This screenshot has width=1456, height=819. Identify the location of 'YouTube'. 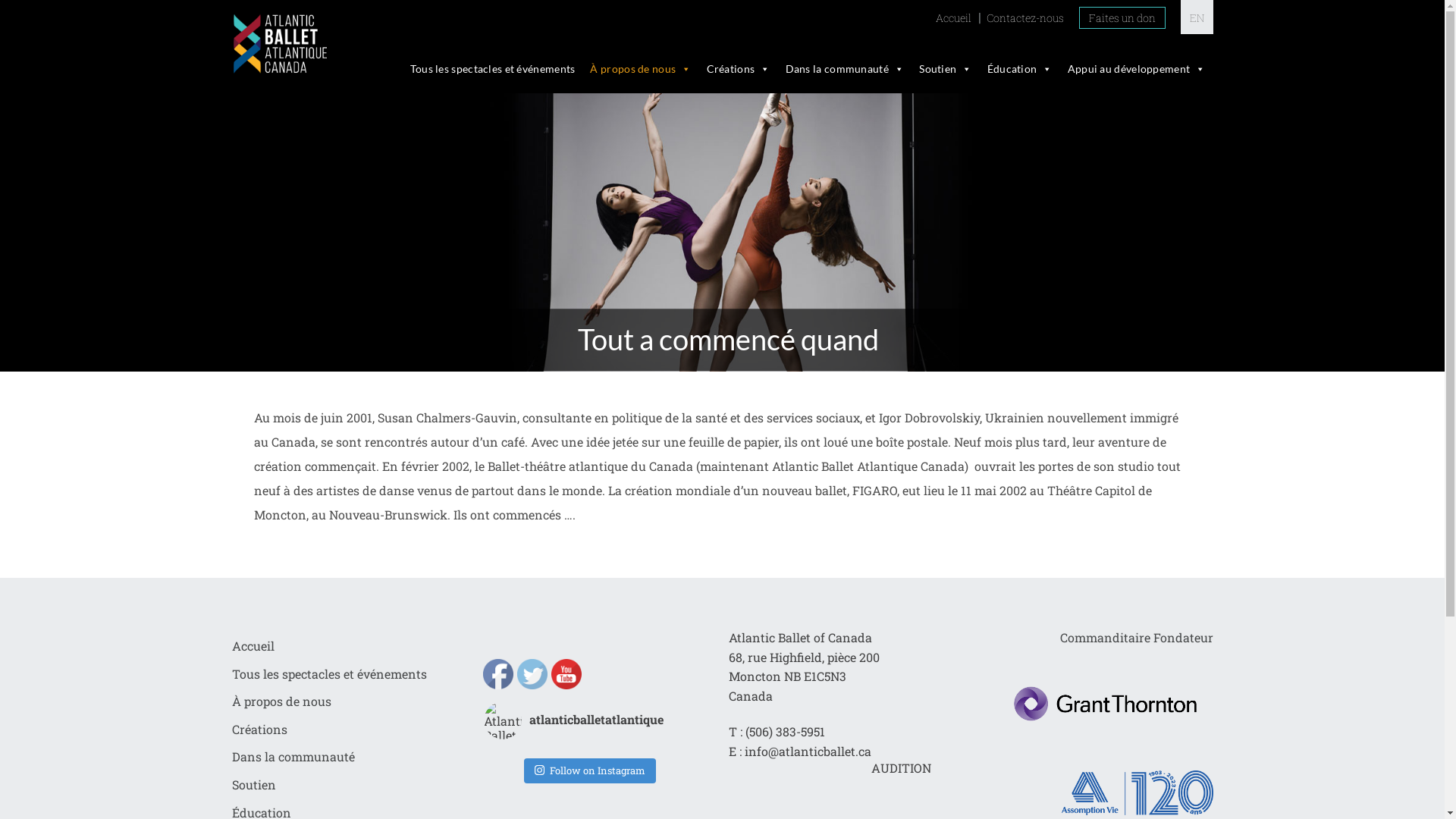
(566, 673).